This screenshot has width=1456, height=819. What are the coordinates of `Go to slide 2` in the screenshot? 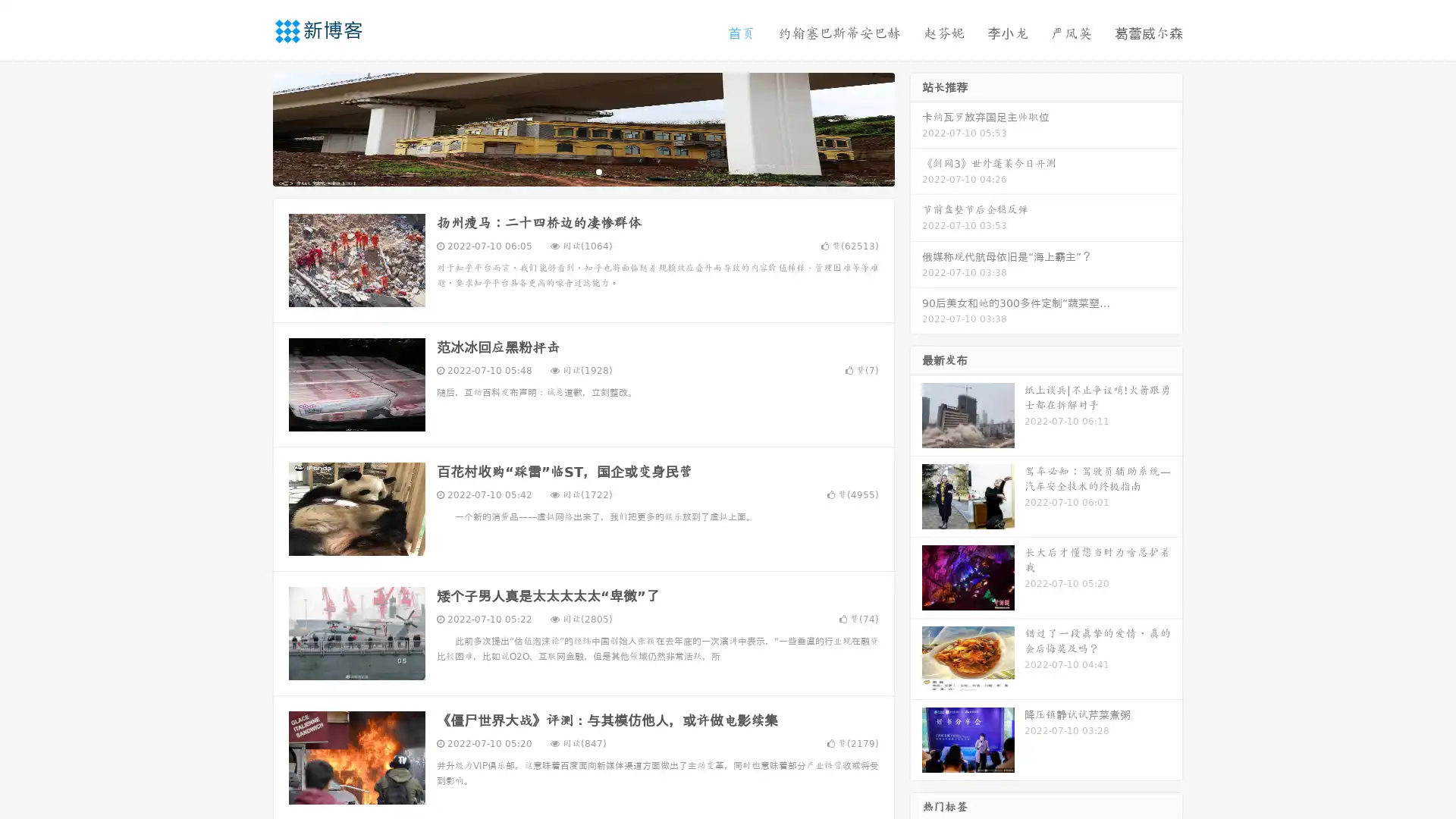 It's located at (582, 171).